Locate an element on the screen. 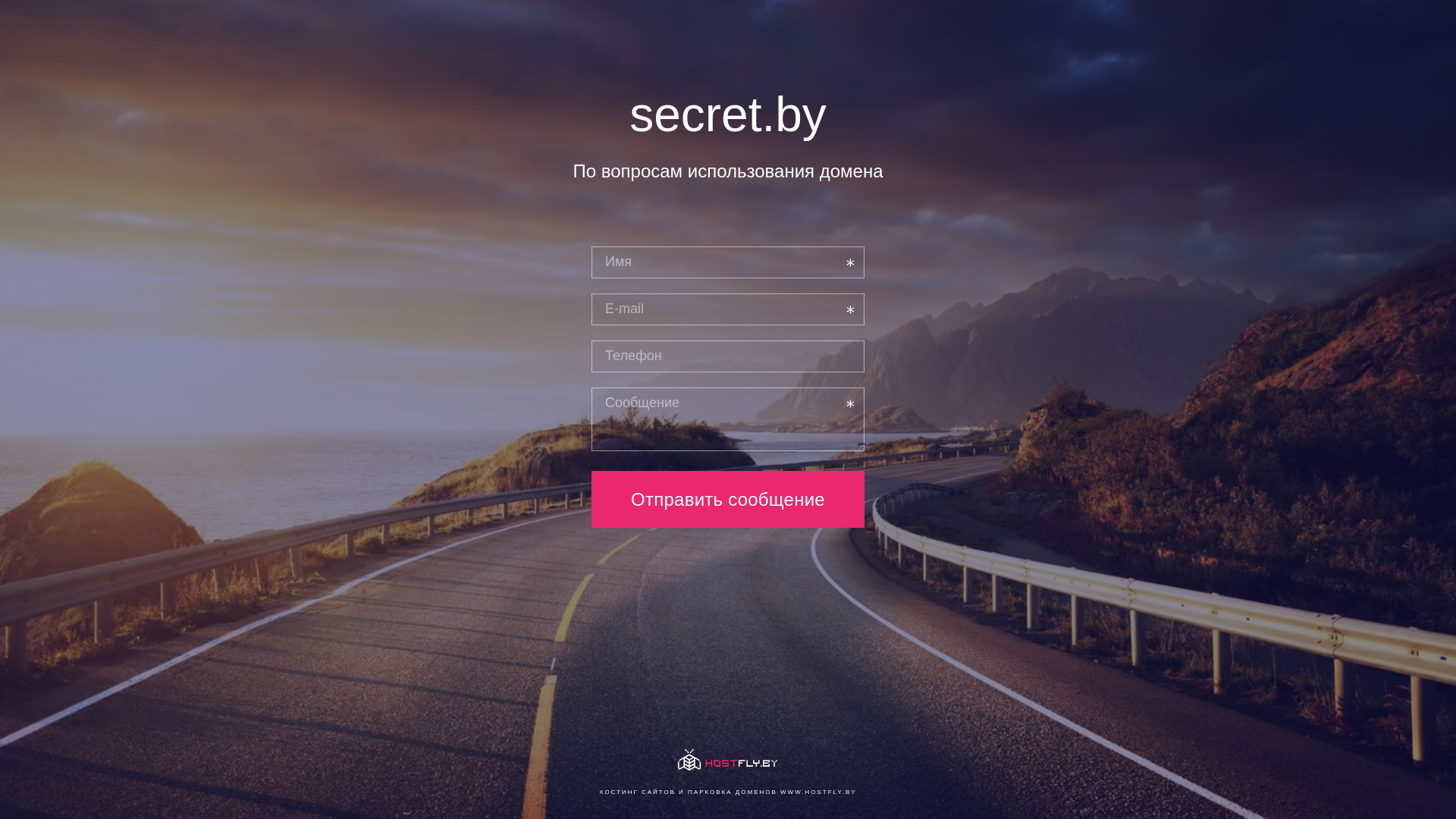 This screenshot has height=819, width=1456. 'WWW.HOSTFLY.BY' is located at coordinates (817, 791).